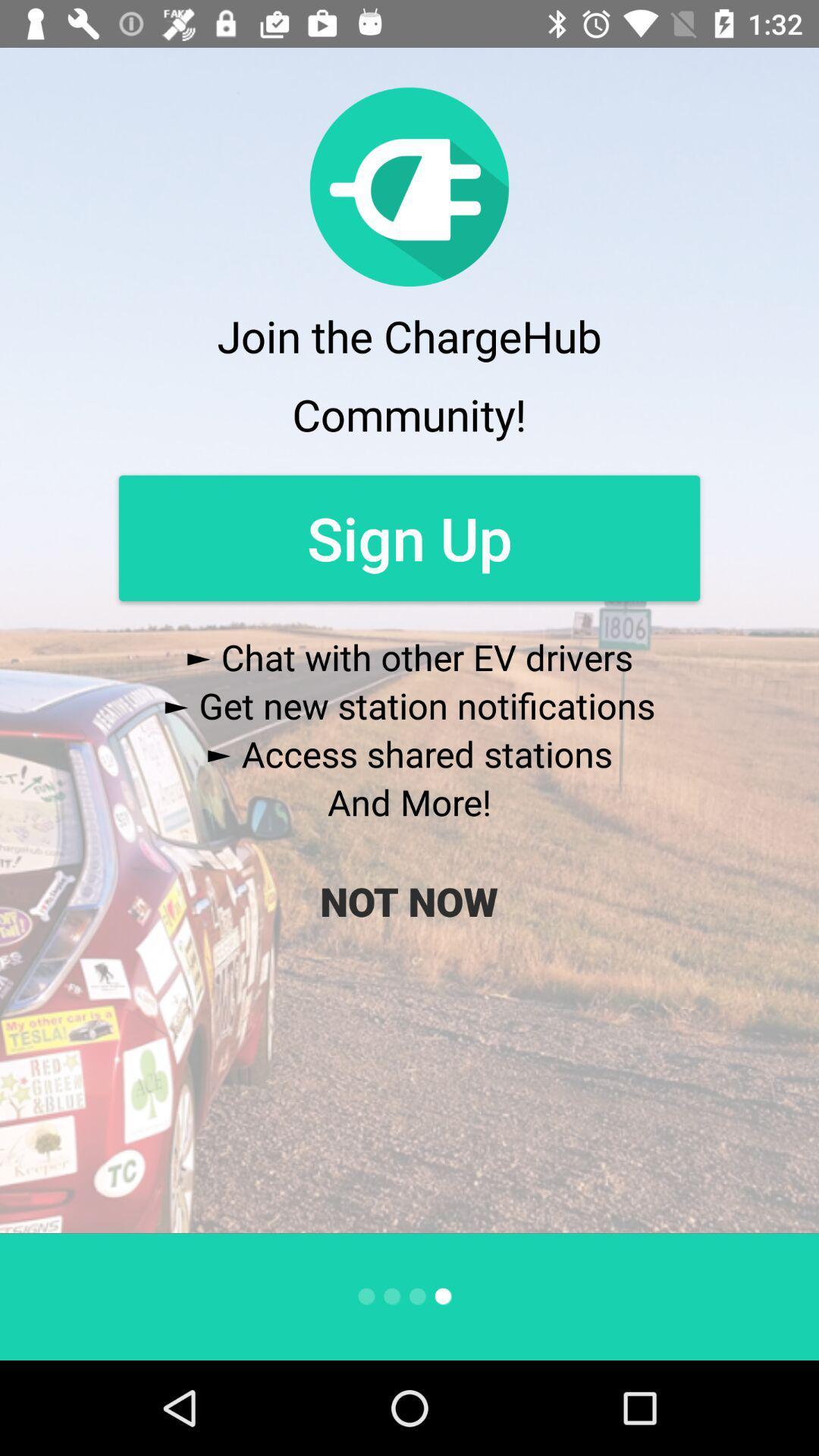 This screenshot has width=819, height=1456. What do you see at coordinates (408, 901) in the screenshot?
I see `the not now` at bounding box center [408, 901].